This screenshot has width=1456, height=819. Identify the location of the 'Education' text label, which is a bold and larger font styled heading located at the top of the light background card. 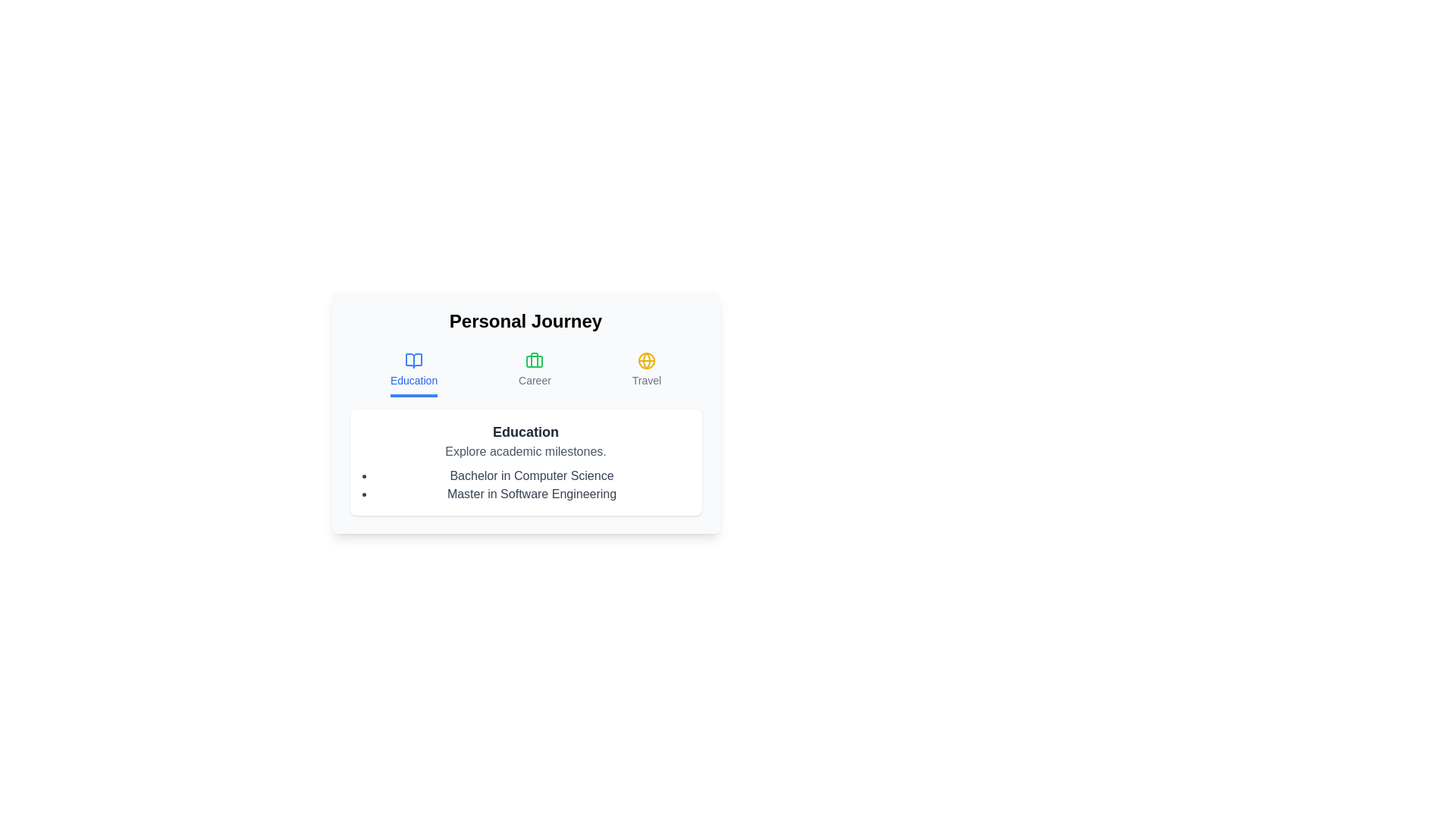
(526, 432).